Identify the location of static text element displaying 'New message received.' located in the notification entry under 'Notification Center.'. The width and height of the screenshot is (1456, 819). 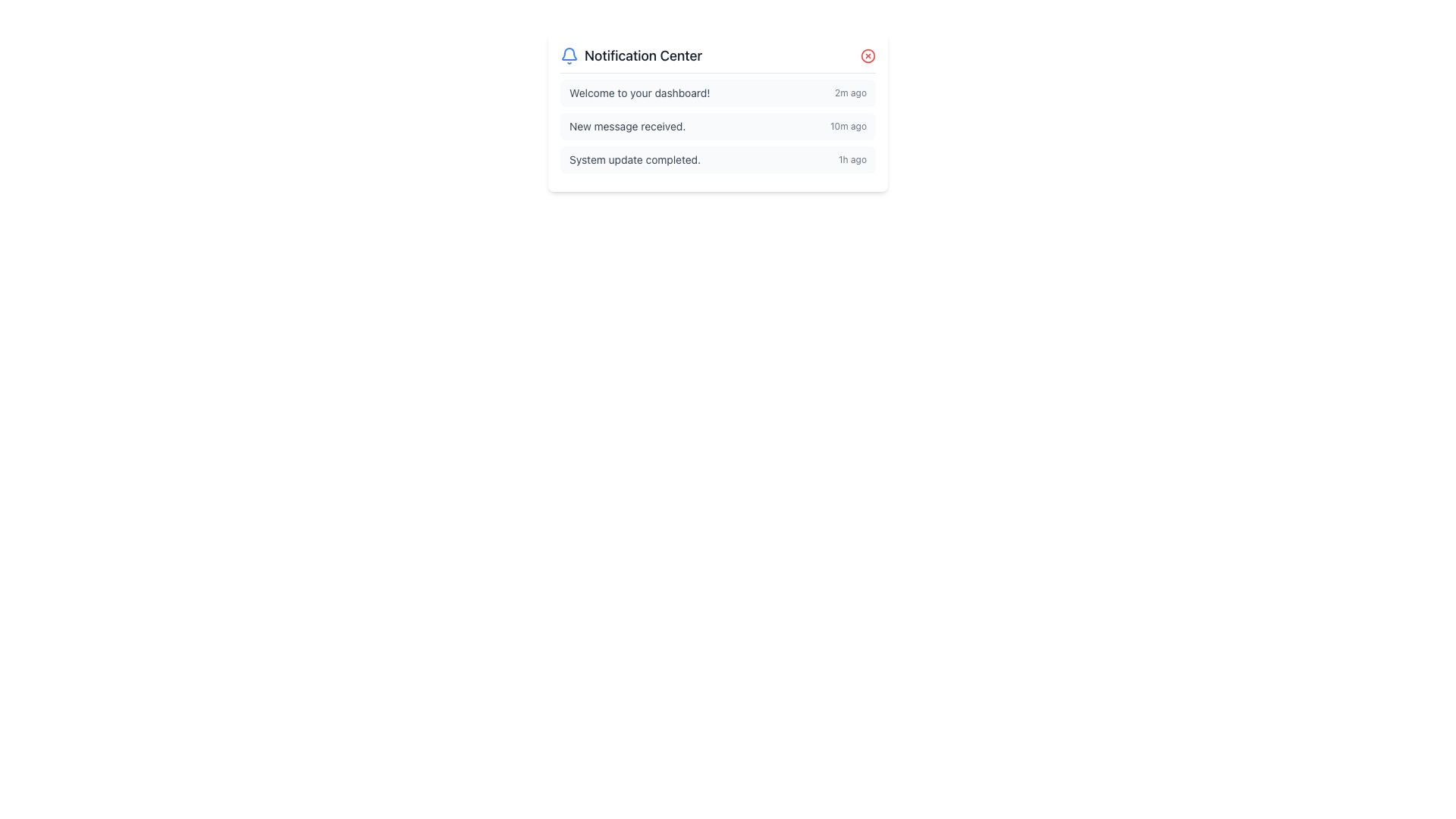
(627, 125).